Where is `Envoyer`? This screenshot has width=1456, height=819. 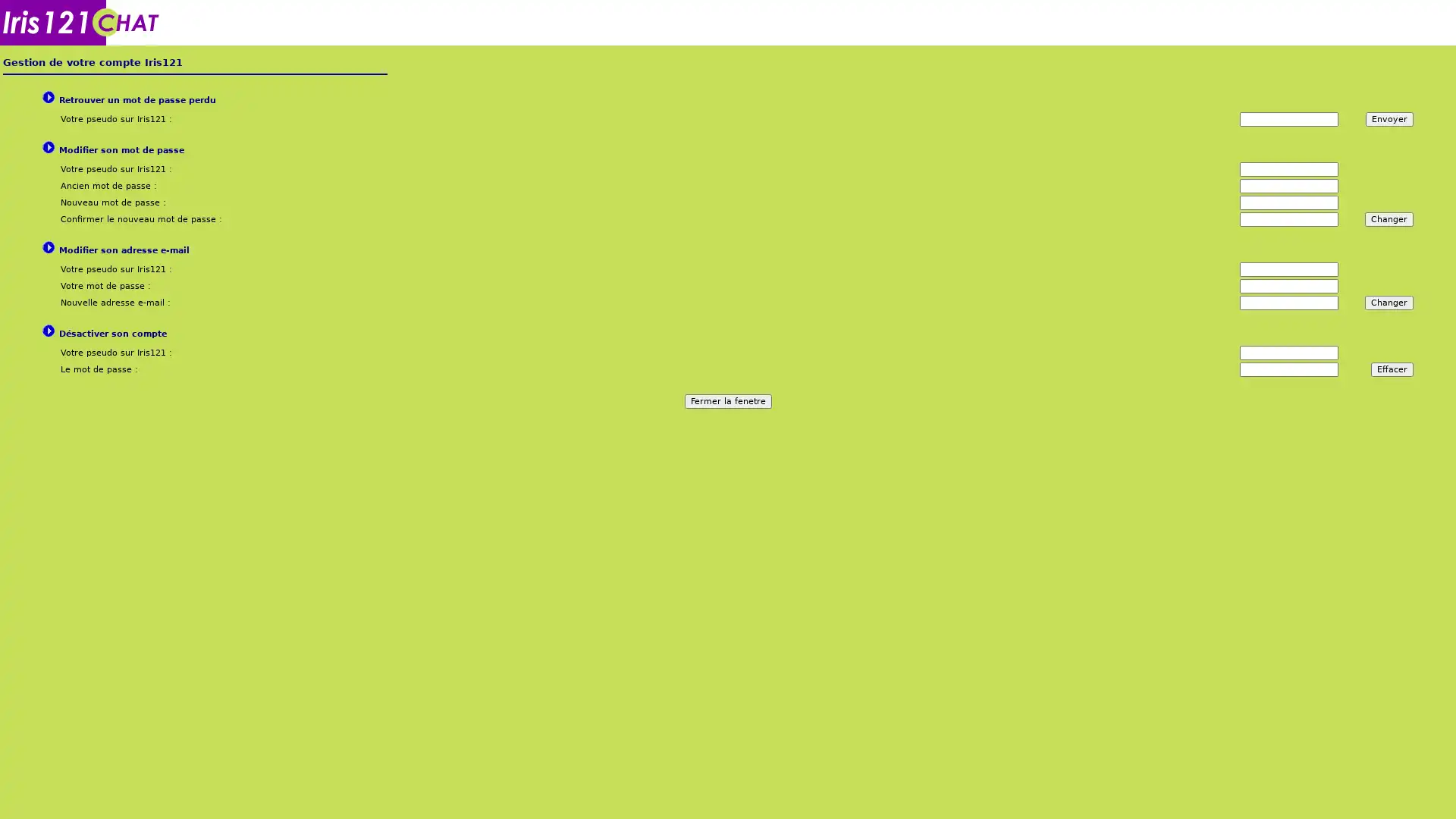
Envoyer is located at coordinates (1389, 118).